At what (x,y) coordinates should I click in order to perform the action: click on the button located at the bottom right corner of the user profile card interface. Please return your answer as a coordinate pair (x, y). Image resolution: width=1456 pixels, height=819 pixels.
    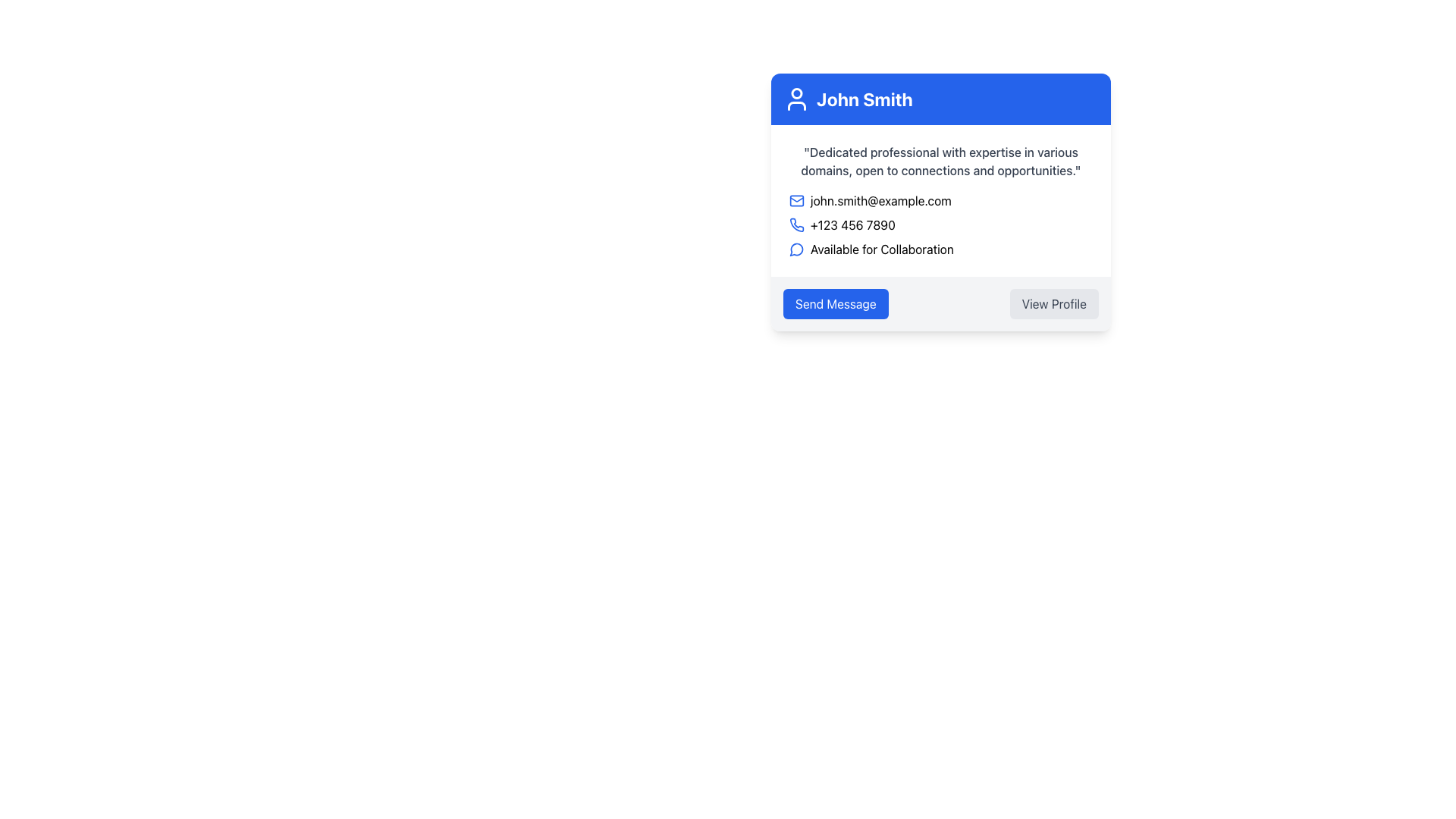
    Looking at the image, I should click on (1053, 304).